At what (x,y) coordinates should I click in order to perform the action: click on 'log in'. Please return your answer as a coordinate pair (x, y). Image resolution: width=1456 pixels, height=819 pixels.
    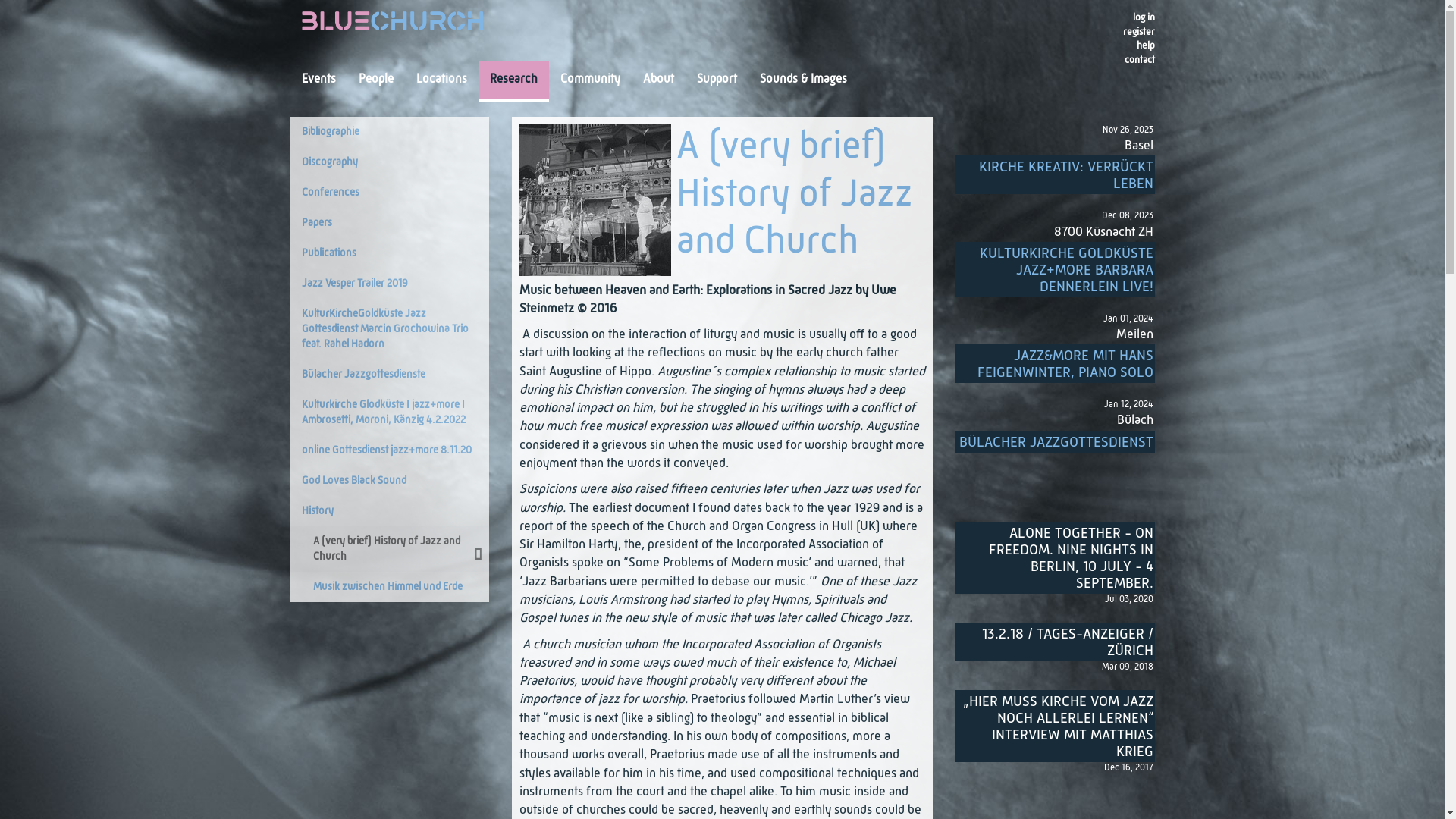
    Looking at the image, I should click on (1125, 17).